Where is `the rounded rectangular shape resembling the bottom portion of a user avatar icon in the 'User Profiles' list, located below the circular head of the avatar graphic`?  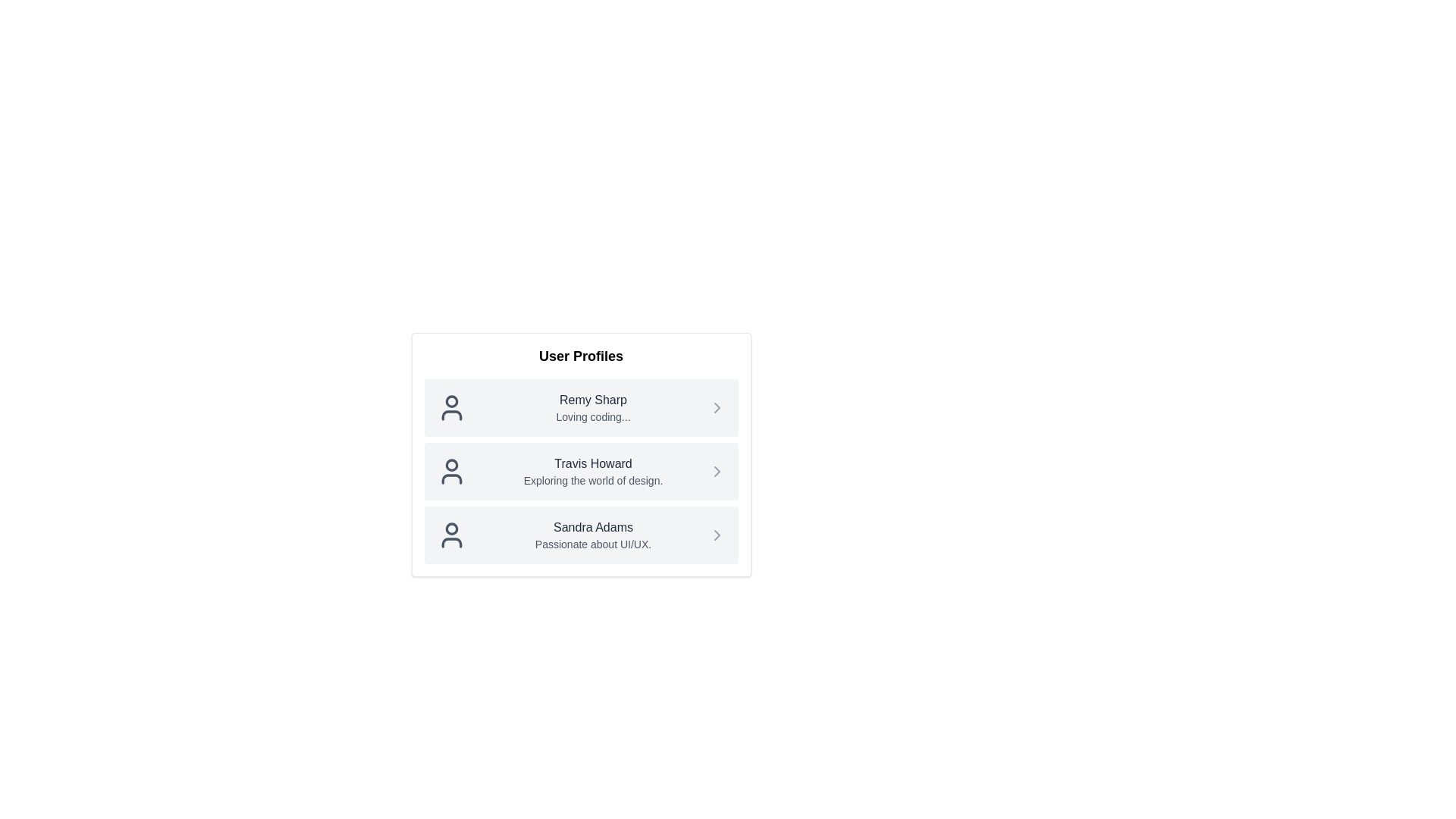
the rounded rectangular shape resembling the bottom portion of a user avatar icon in the 'User Profiles' list, located below the circular head of the avatar graphic is located at coordinates (450, 542).